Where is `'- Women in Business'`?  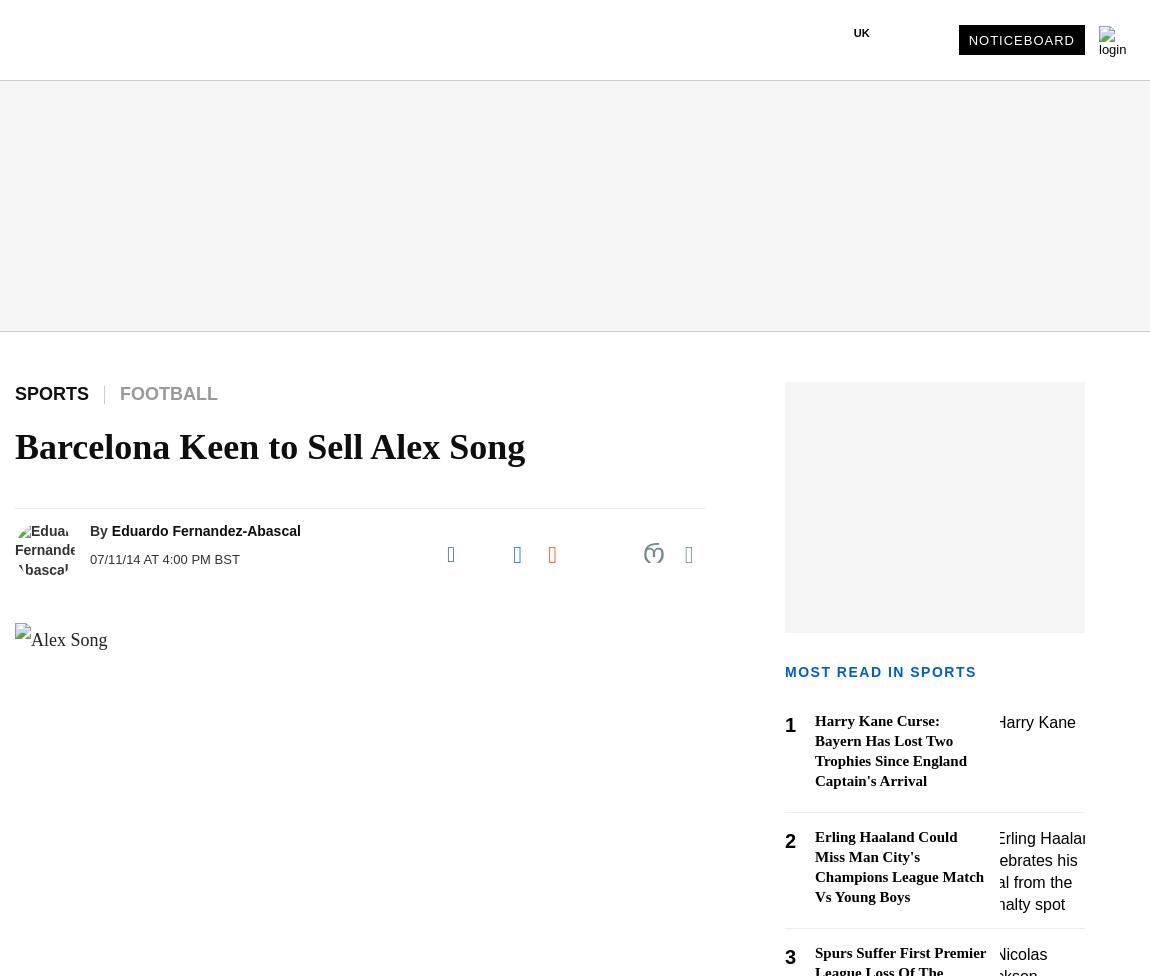 '- Women in Business' is located at coordinates (23, 597).